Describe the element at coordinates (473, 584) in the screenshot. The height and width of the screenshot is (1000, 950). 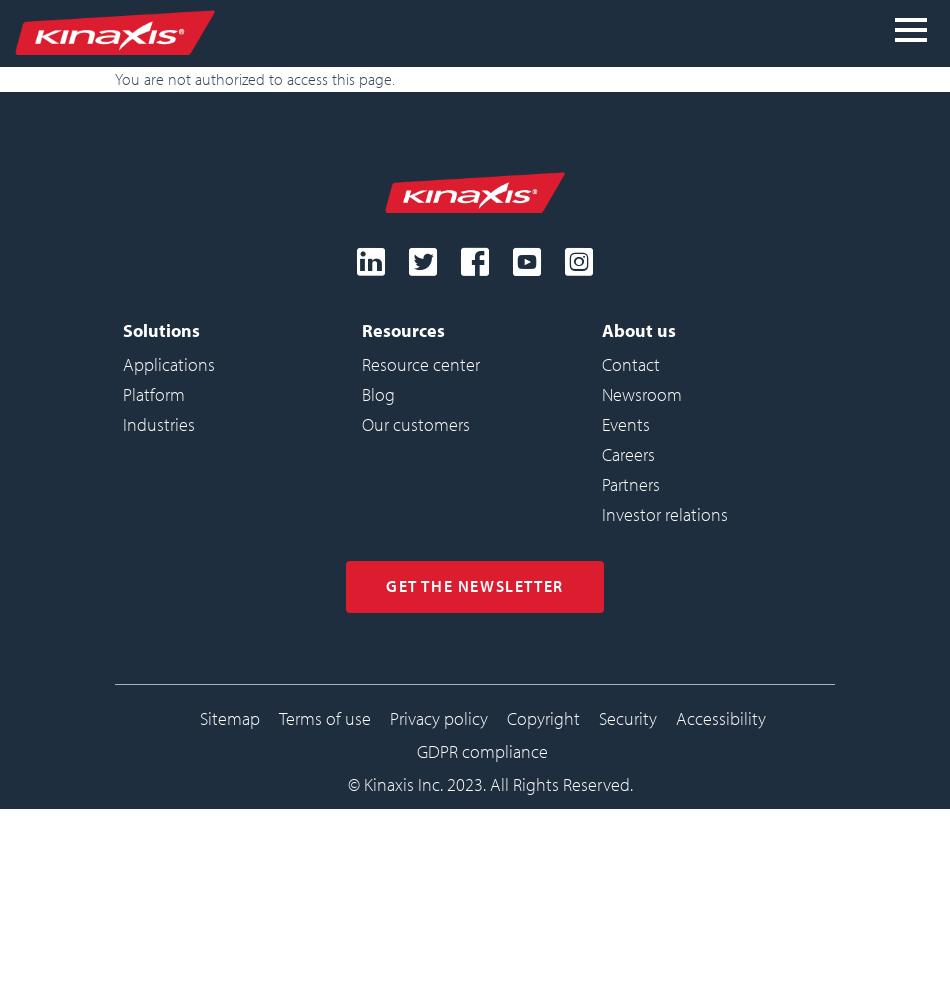
I see `'Get the Newsletter'` at that location.